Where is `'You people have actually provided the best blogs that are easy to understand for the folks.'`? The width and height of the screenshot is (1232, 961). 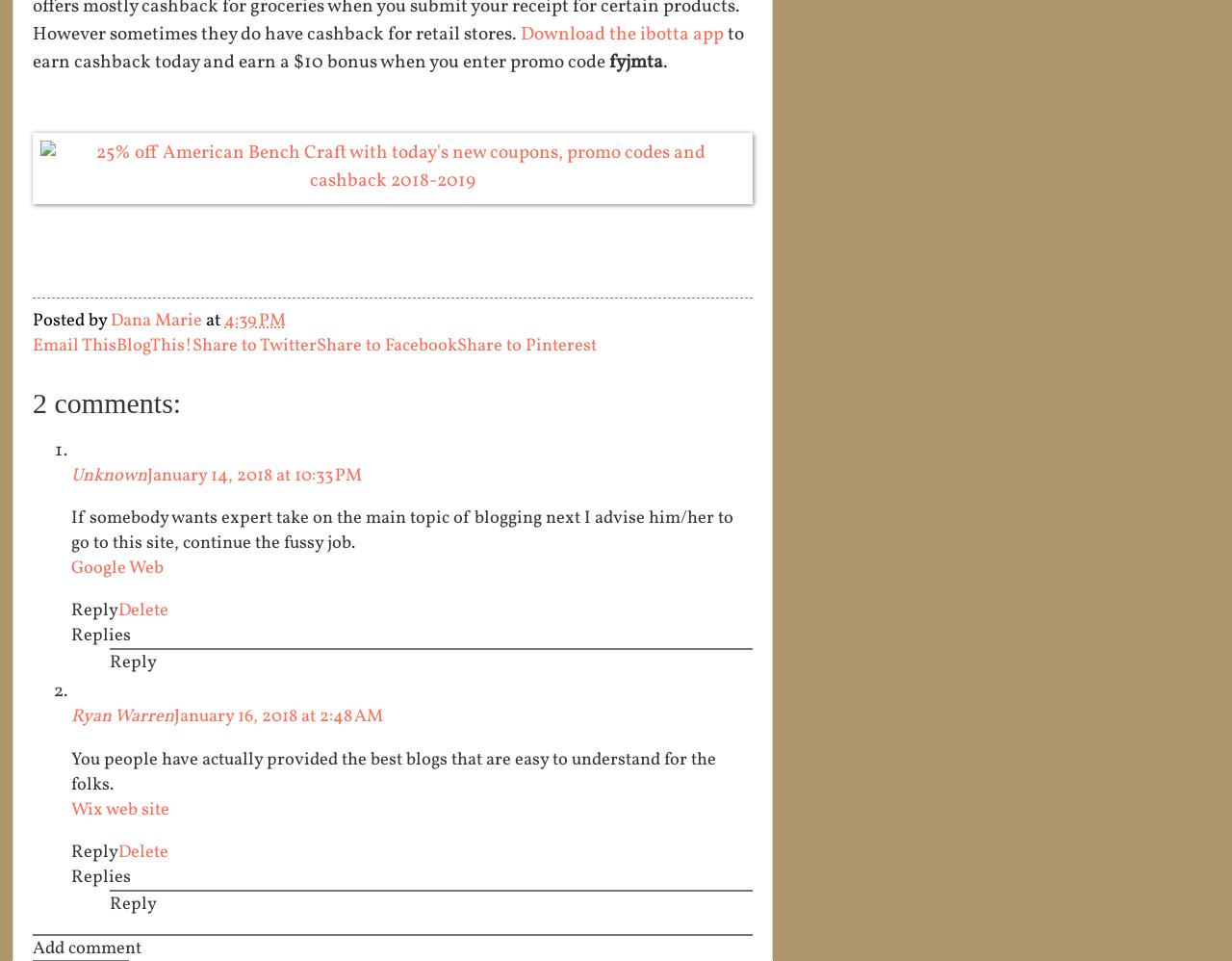
'You people have actually provided the best blogs that are easy to understand for the folks.' is located at coordinates (392, 770).